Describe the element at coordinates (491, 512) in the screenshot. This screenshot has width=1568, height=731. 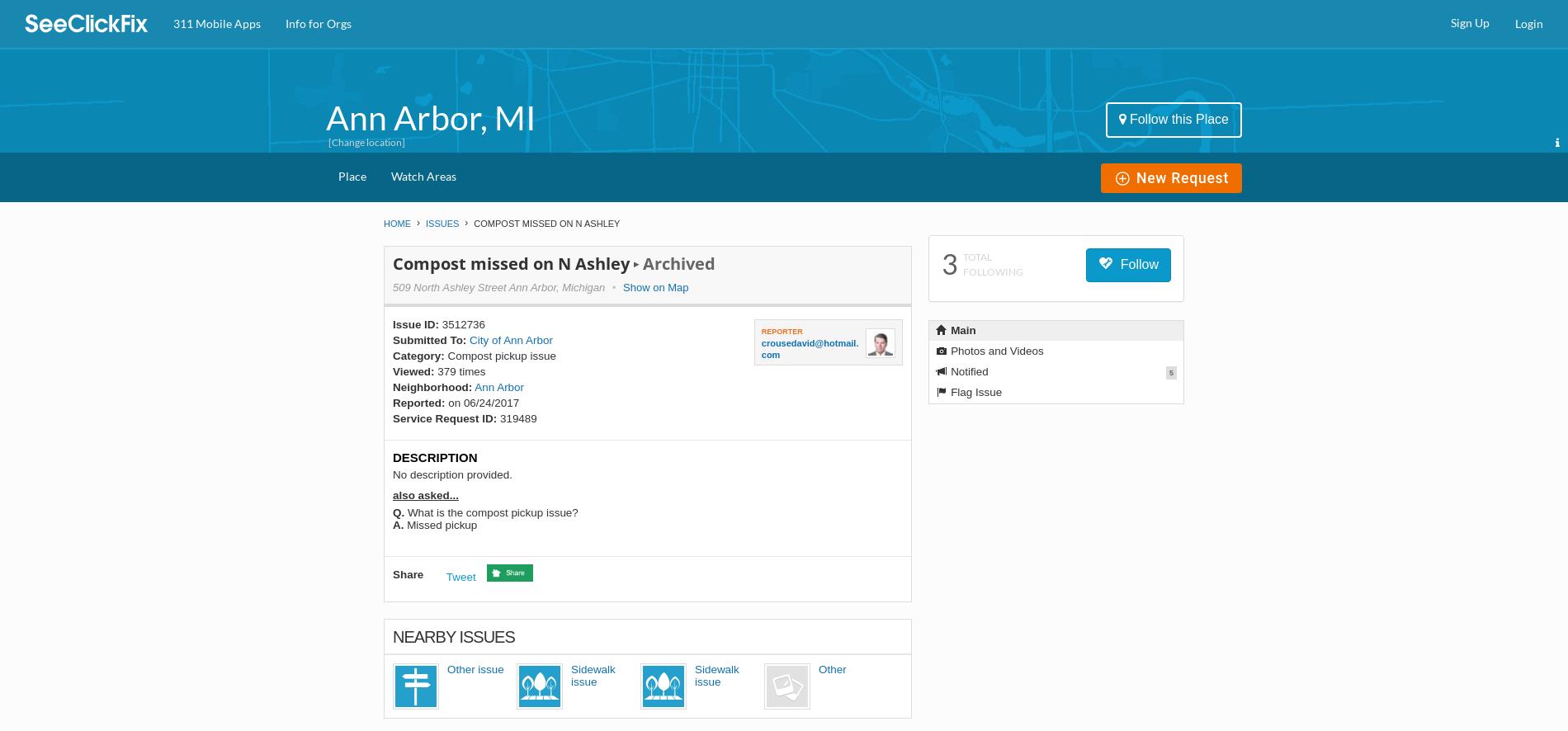
I see `'What is the compost pickup issue?'` at that location.